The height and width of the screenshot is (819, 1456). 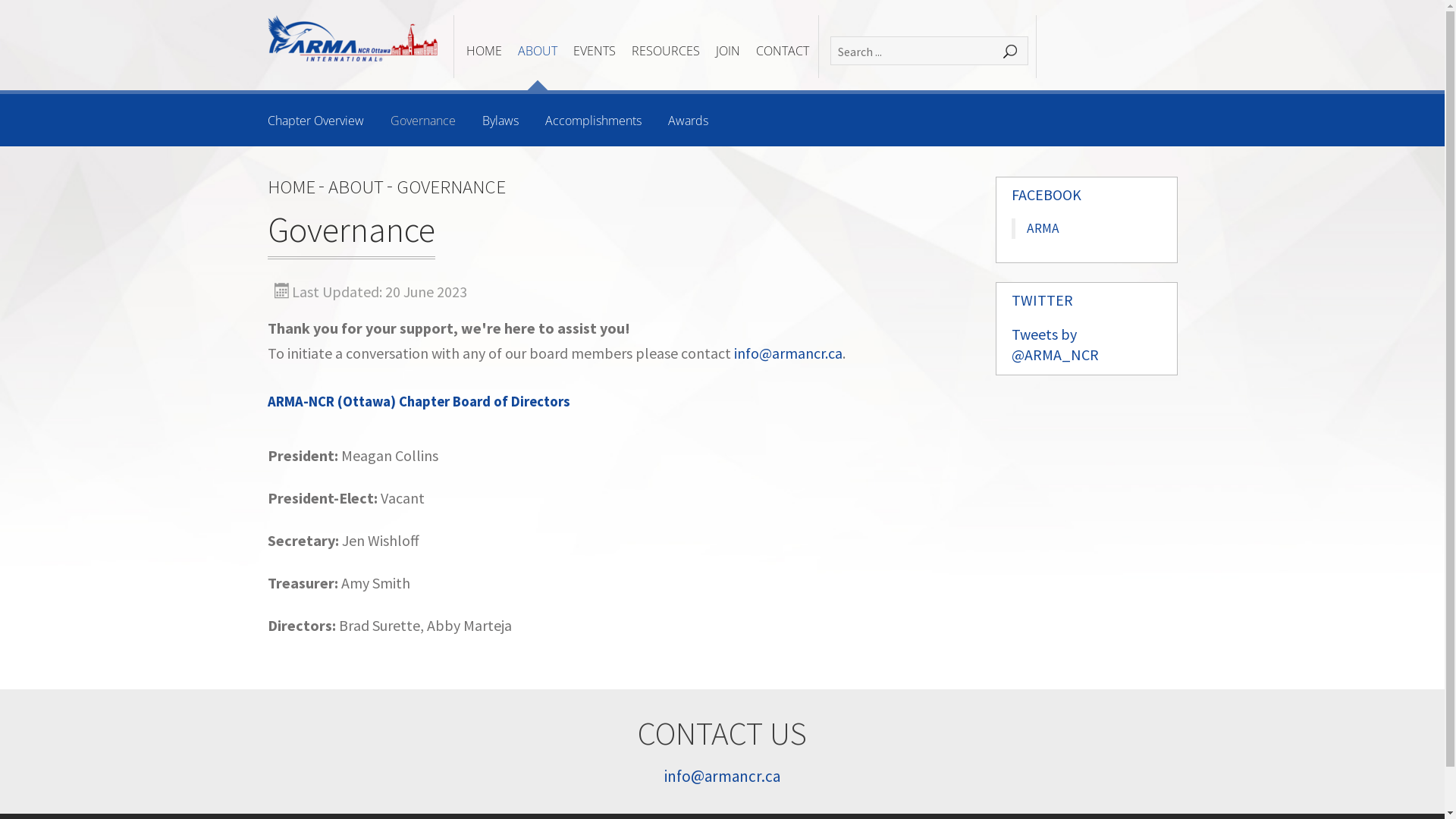 What do you see at coordinates (422, 119) in the screenshot?
I see `'Governance'` at bounding box center [422, 119].